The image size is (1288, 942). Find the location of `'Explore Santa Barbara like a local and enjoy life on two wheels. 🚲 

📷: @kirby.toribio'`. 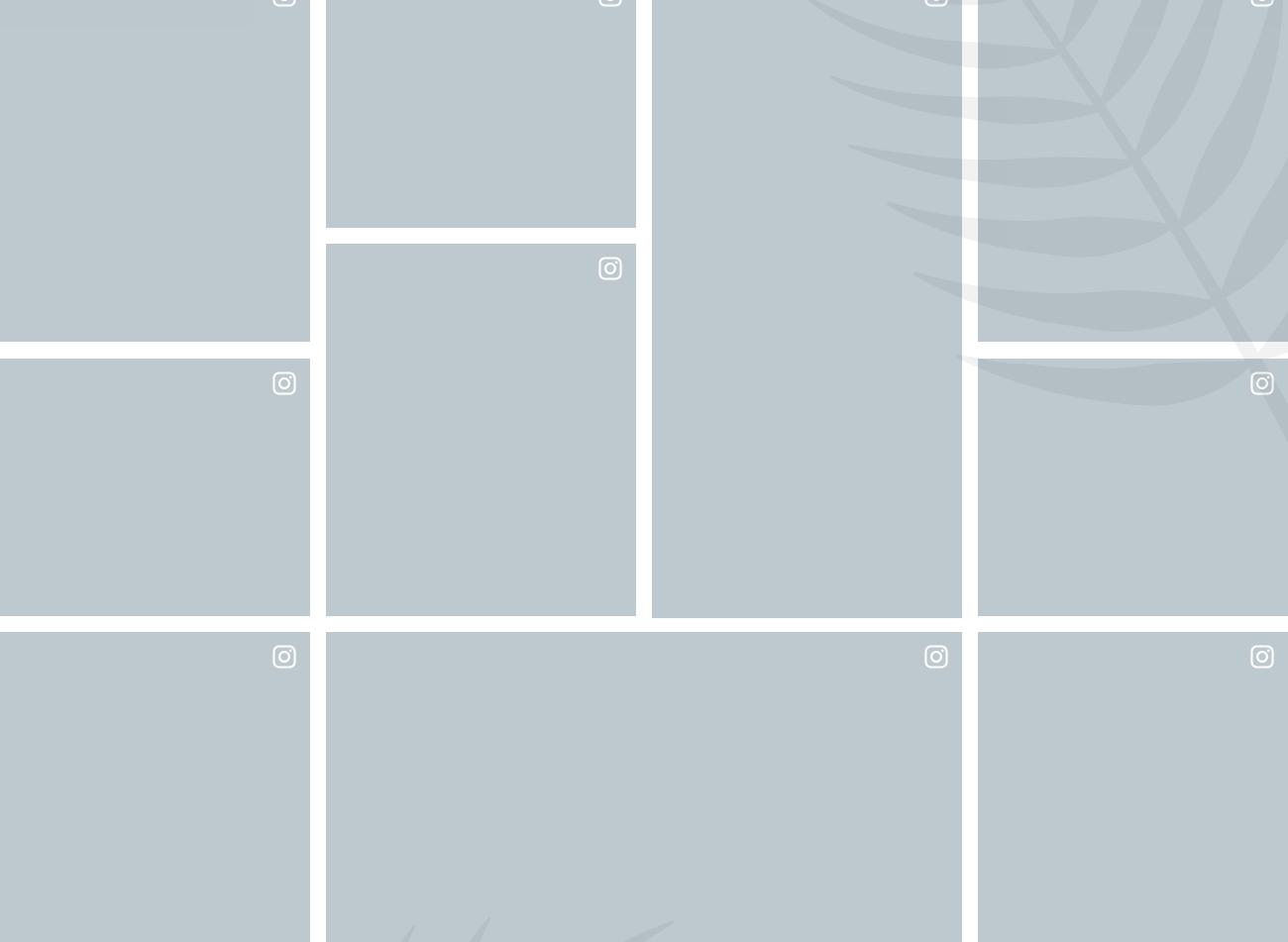

'Explore Santa Barbara like a local and enjoy life on two wheels. 🚲 

📷: @kirby.toribio' is located at coordinates (153, 813).